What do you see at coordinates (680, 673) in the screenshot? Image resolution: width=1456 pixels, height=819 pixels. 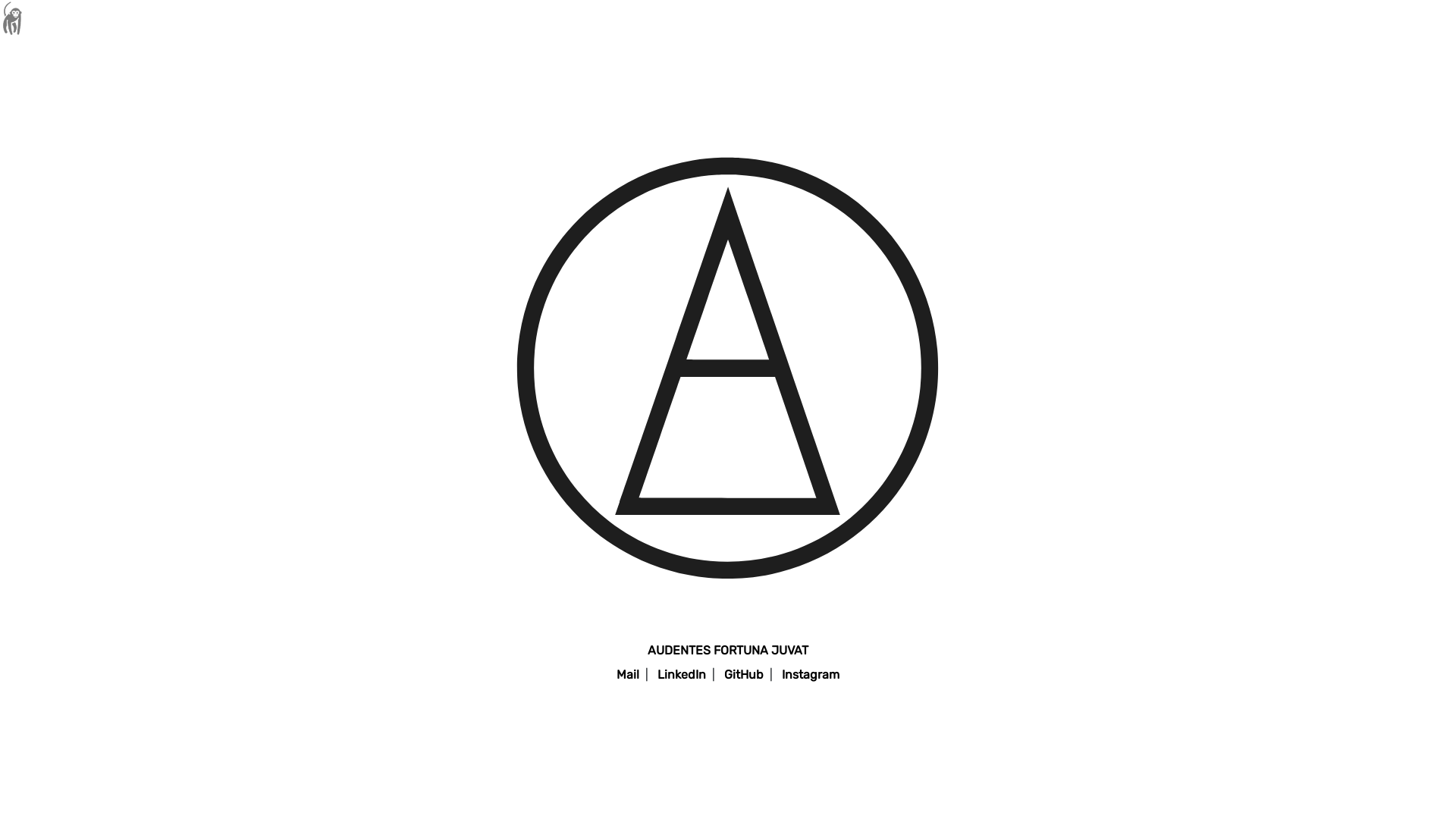 I see `'LinkedIn'` at bounding box center [680, 673].